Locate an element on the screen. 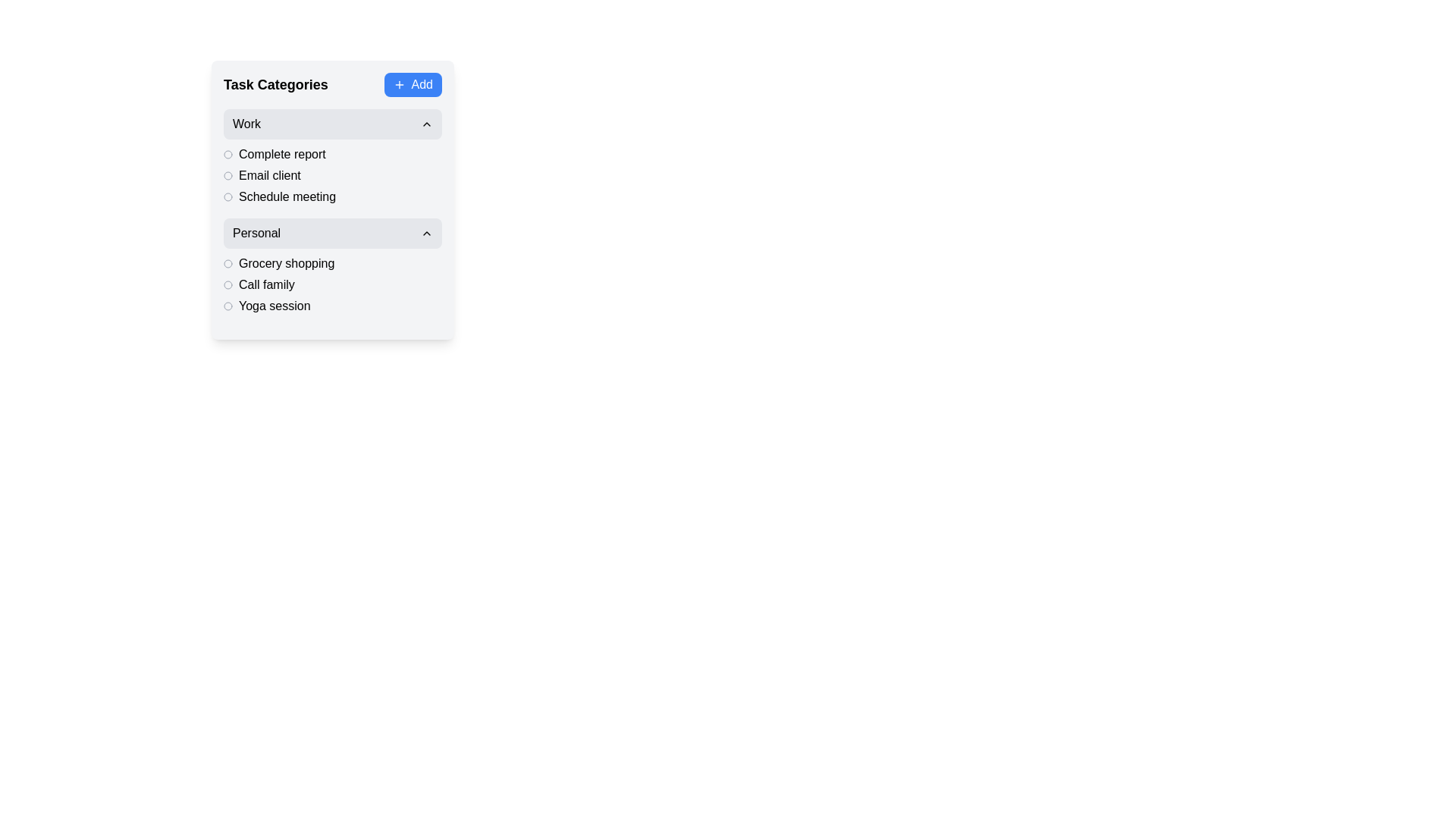 Image resolution: width=1456 pixels, height=819 pixels. the 'Schedule meeting' list item, which is the third item under the 'Work' category is located at coordinates (331, 196).